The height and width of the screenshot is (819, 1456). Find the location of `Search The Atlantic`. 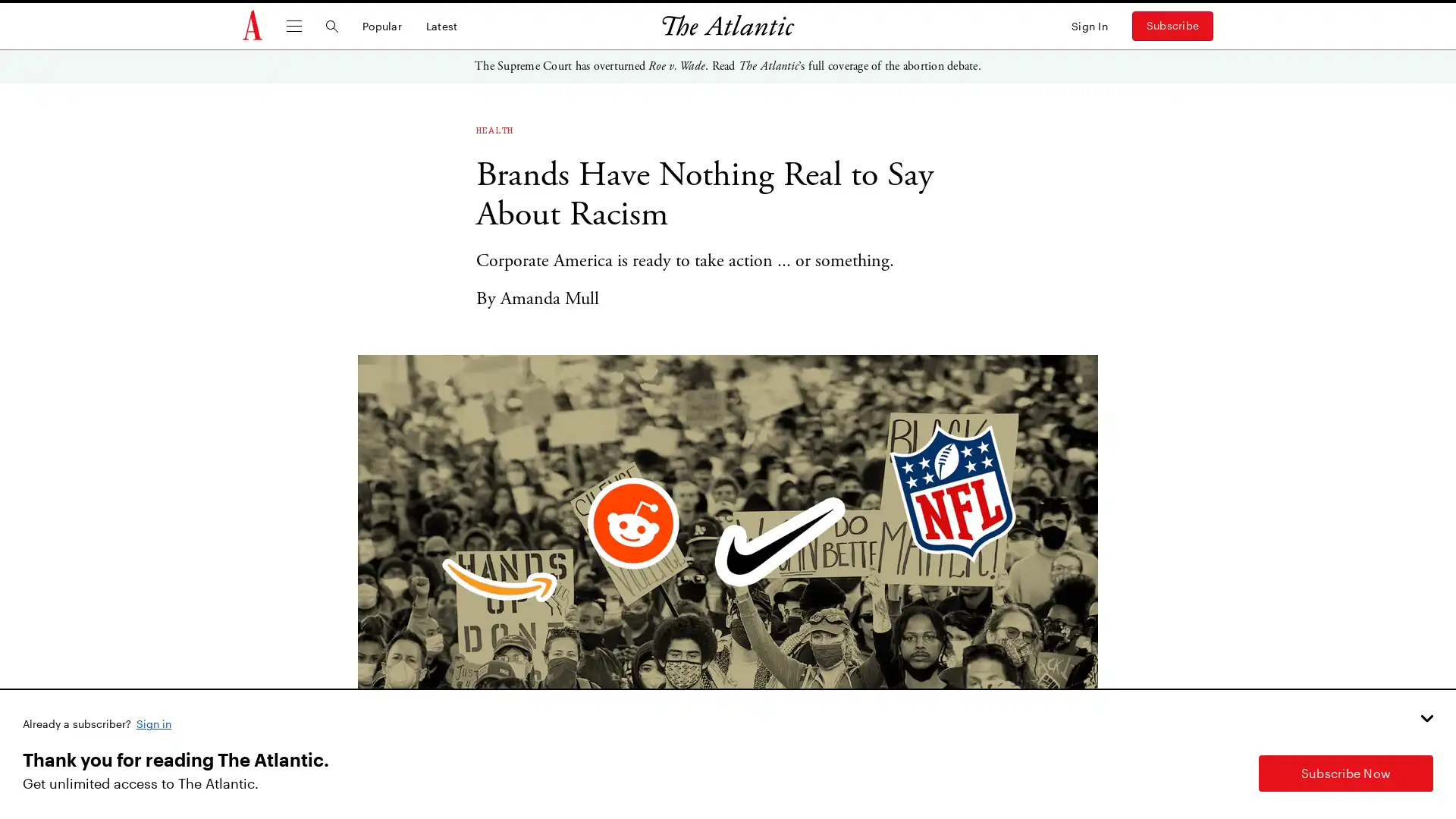

Search The Atlantic is located at coordinates (331, 26).